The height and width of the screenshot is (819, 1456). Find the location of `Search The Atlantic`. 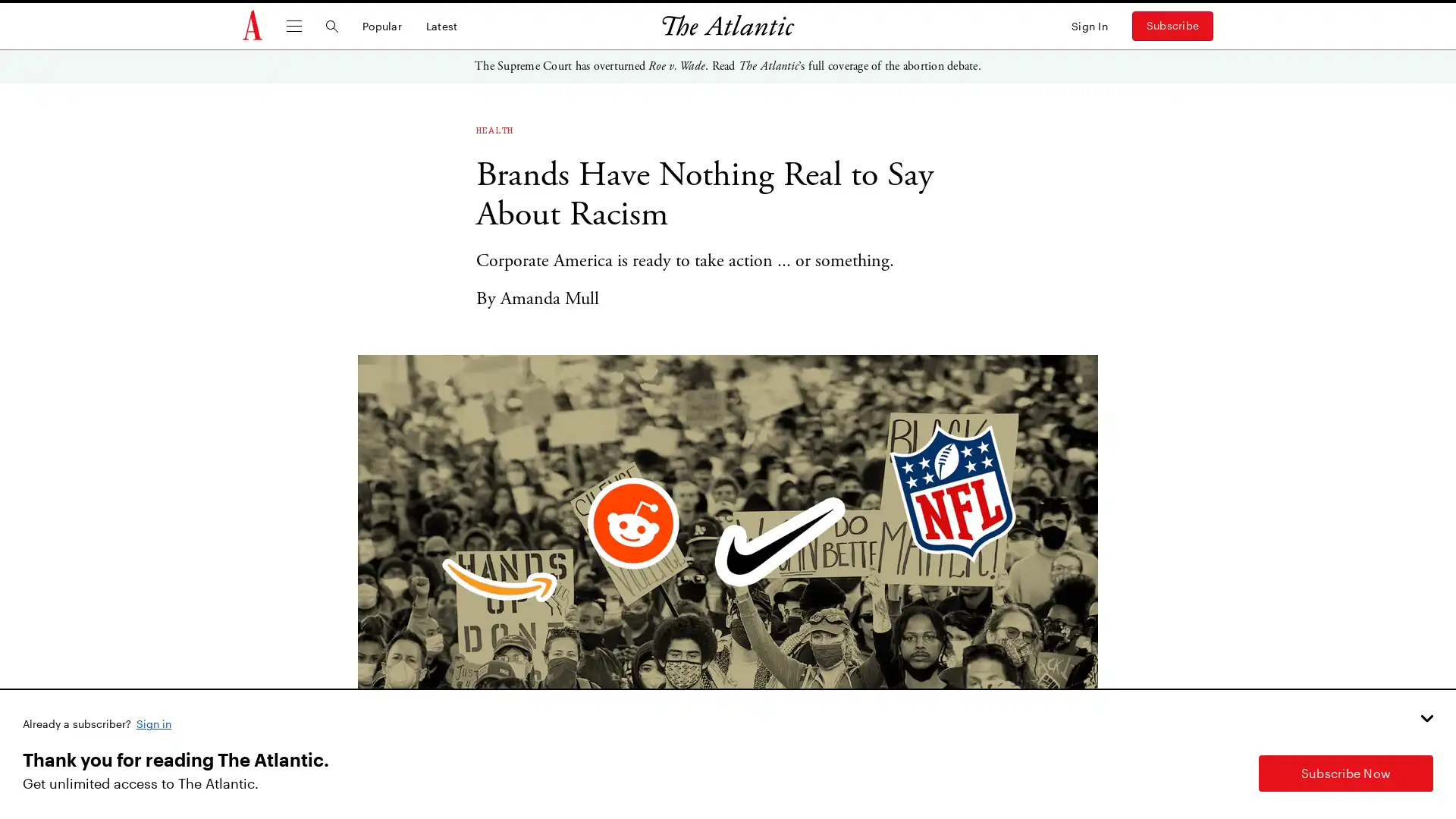

Search The Atlantic is located at coordinates (331, 26).